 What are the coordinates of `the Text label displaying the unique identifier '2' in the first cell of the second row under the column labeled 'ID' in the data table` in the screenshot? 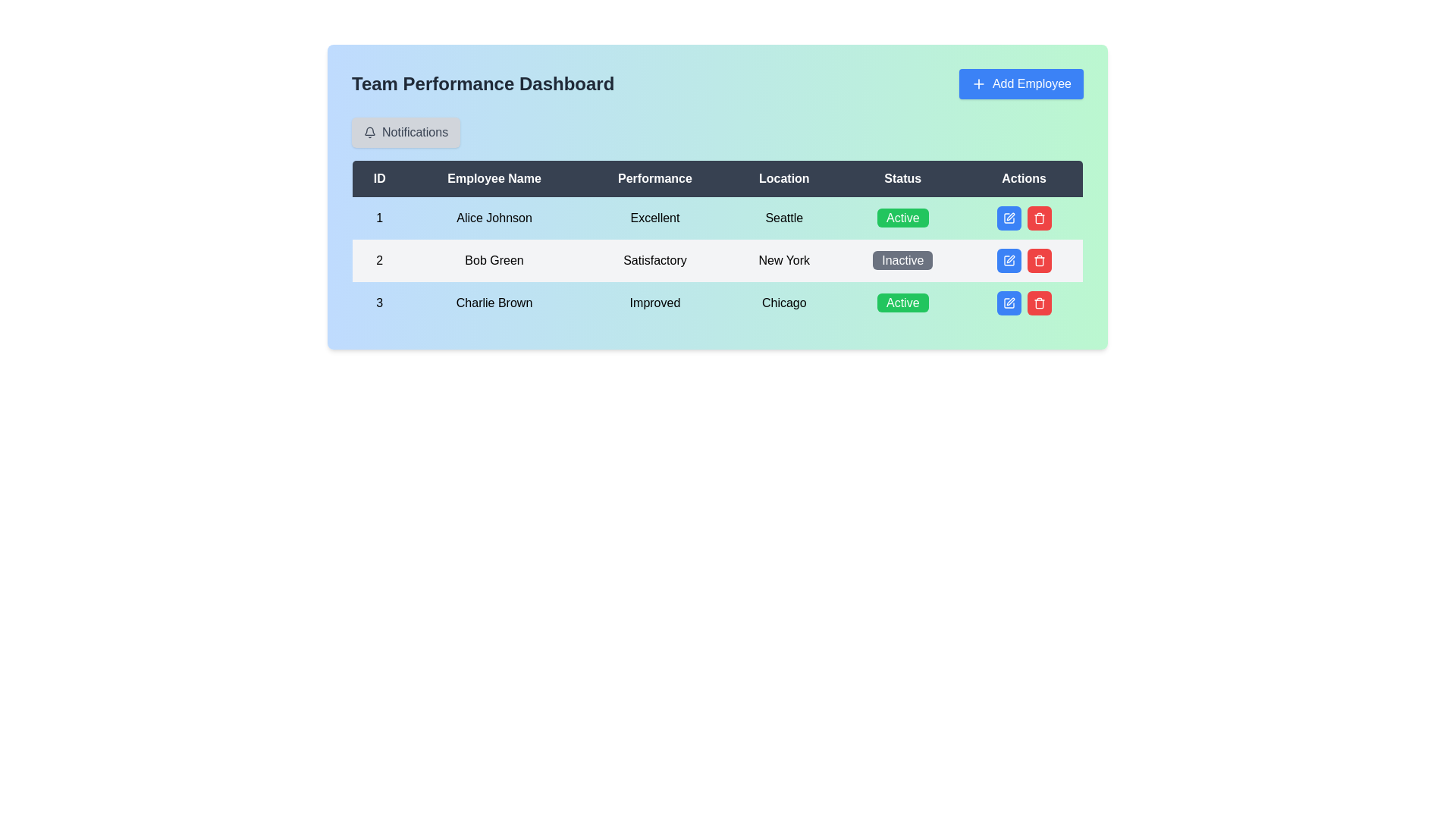 It's located at (379, 259).